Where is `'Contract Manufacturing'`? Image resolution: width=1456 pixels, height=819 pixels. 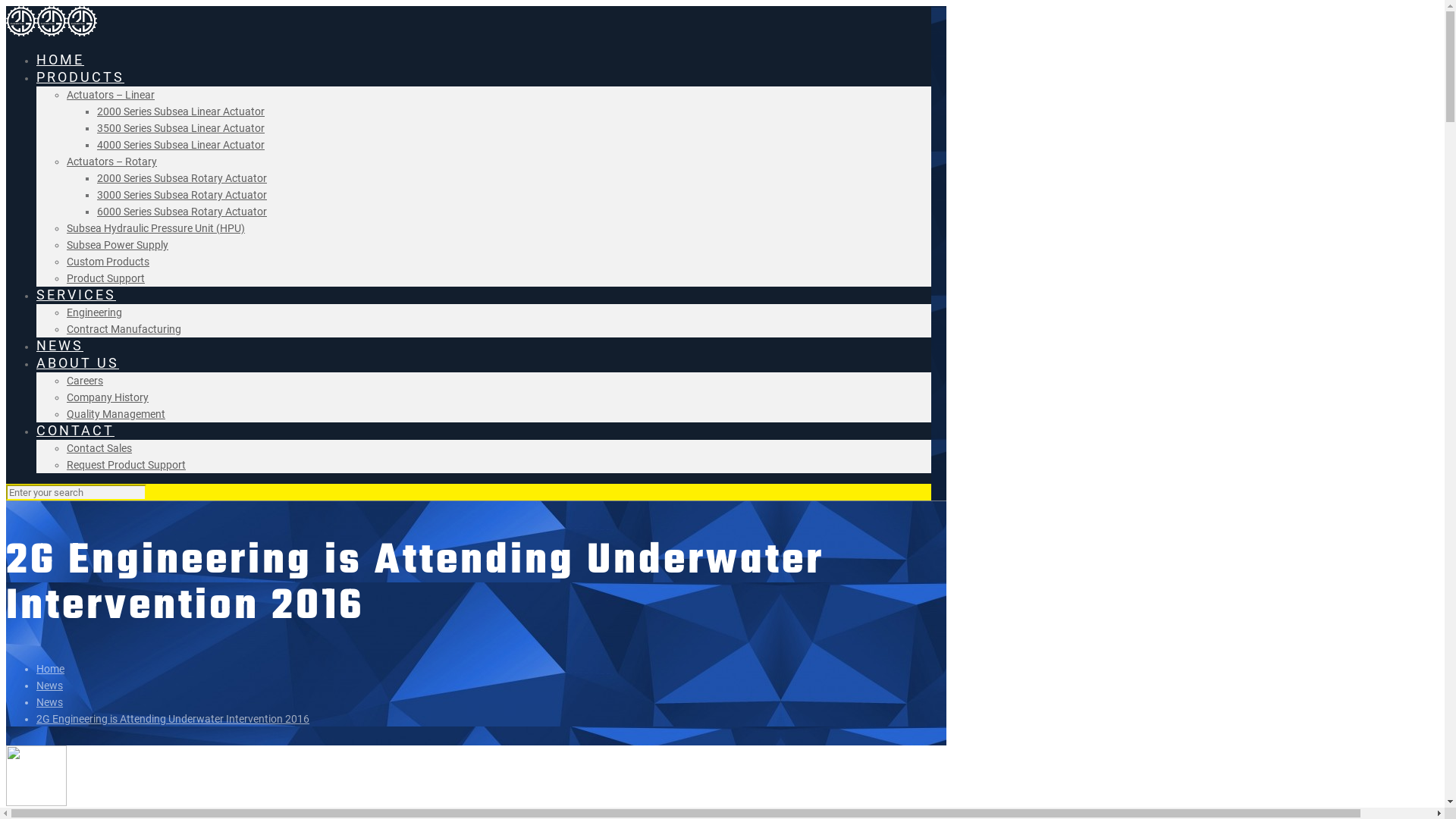 'Contract Manufacturing' is located at coordinates (124, 328).